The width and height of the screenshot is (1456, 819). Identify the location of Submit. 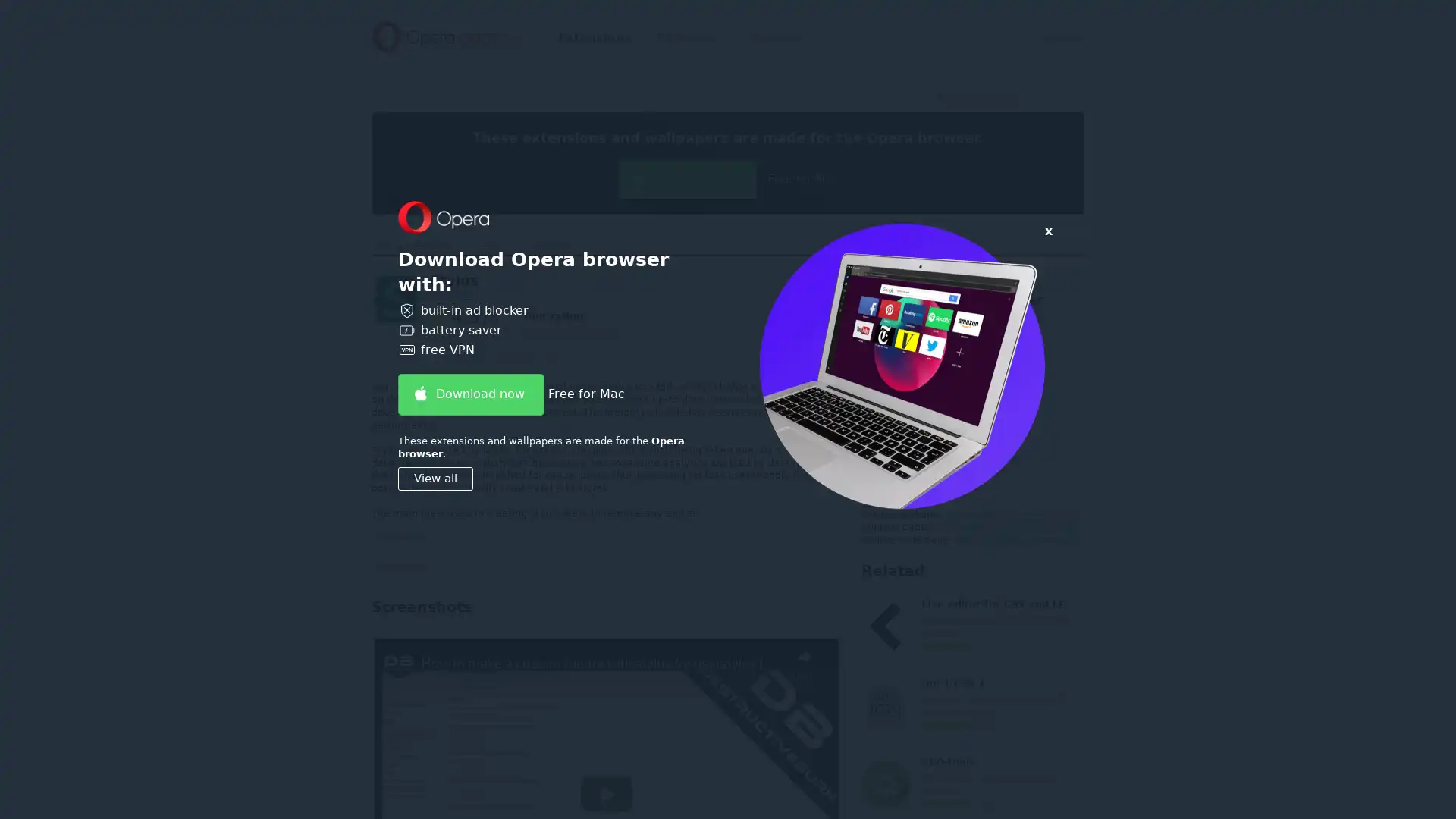
(1074, 95).